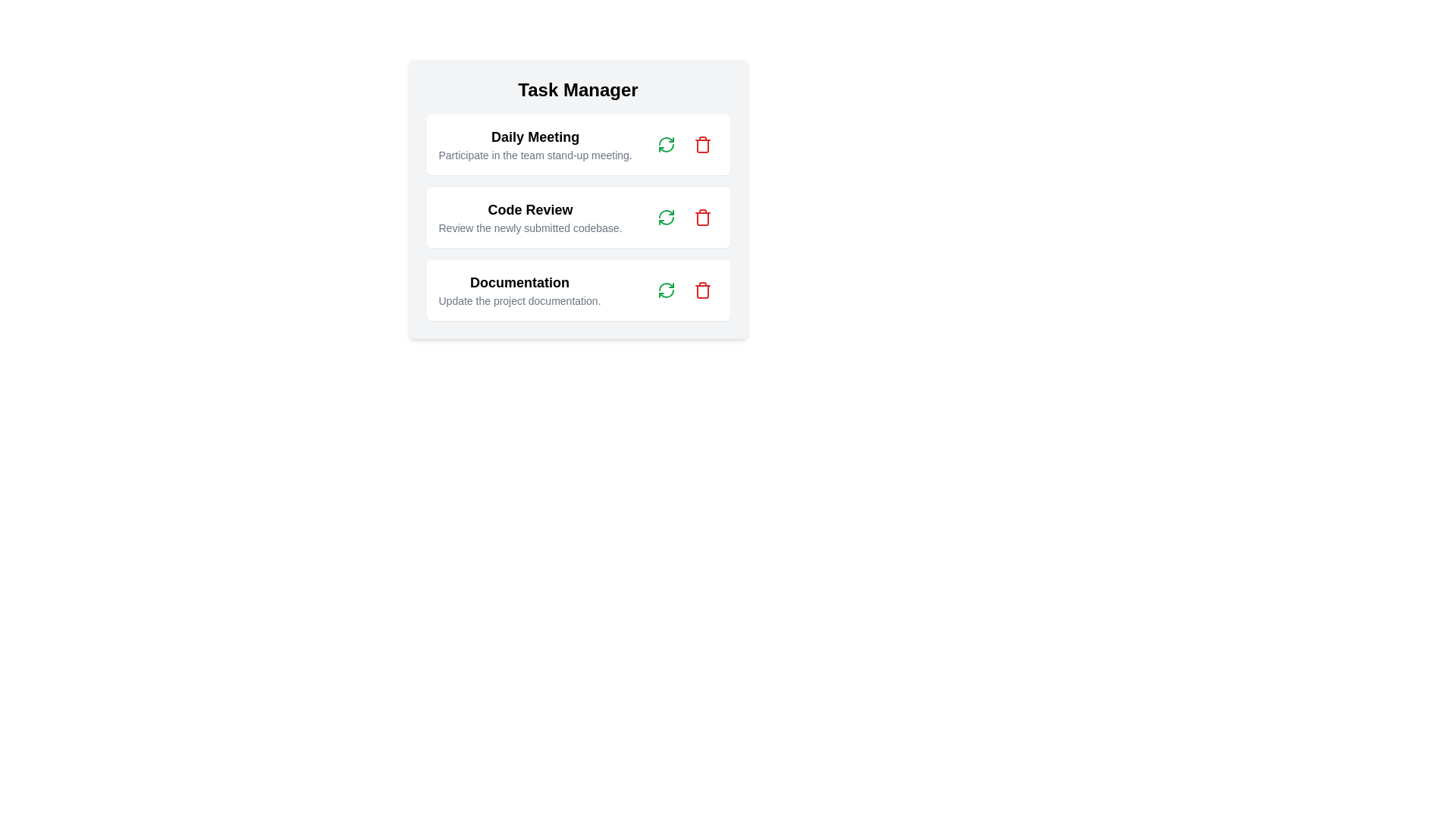 The image size is (1456, 819). Describe the element at coordinates (701, 219) in the screenshot. I see `the middle section of the trash bin icon in the task list application, which is part of an SVG icon and located to the right of the 'Code Review' task item` at that location.